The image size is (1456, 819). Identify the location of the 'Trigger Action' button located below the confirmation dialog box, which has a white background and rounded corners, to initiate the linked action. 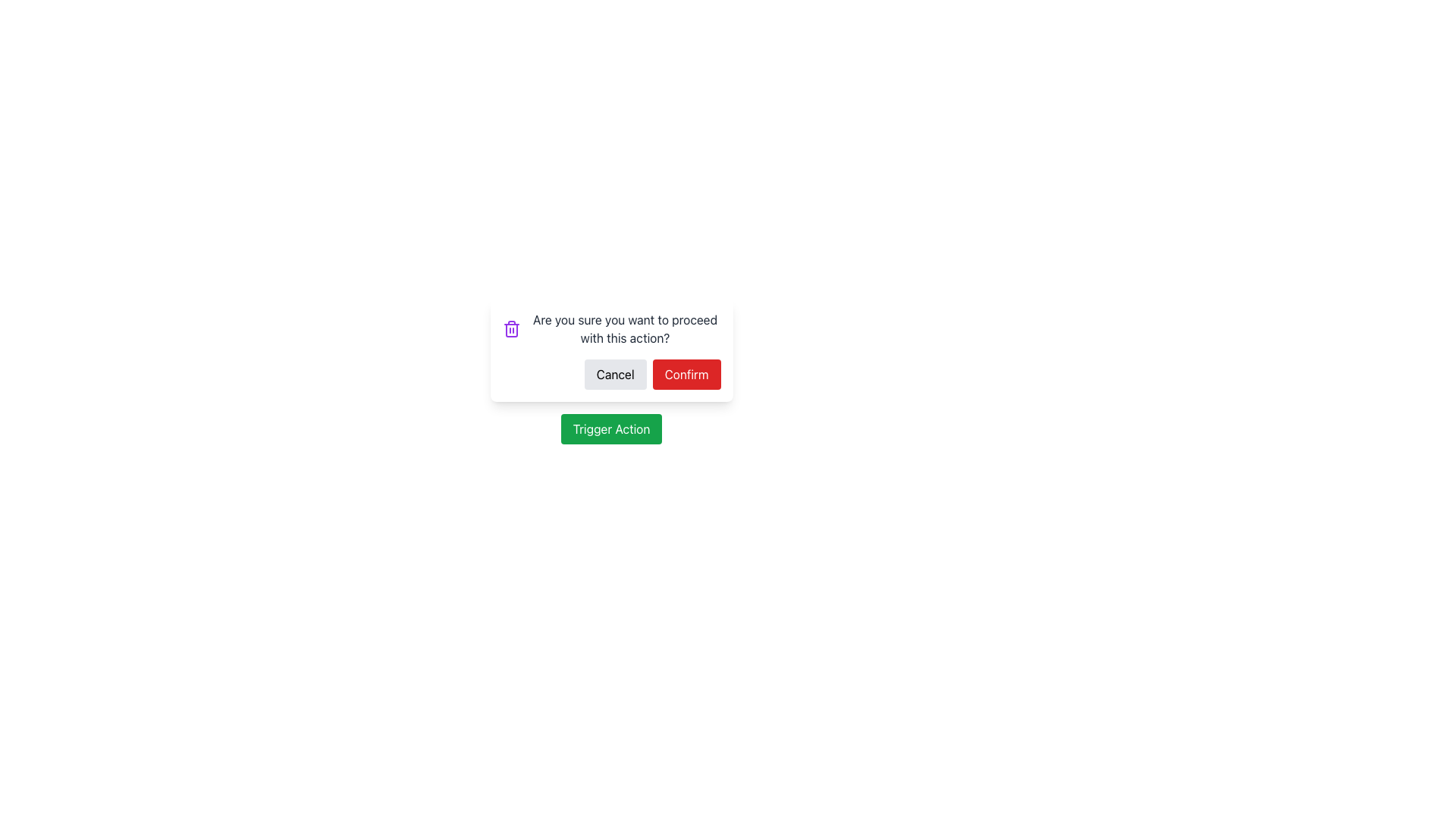
(611, 414).